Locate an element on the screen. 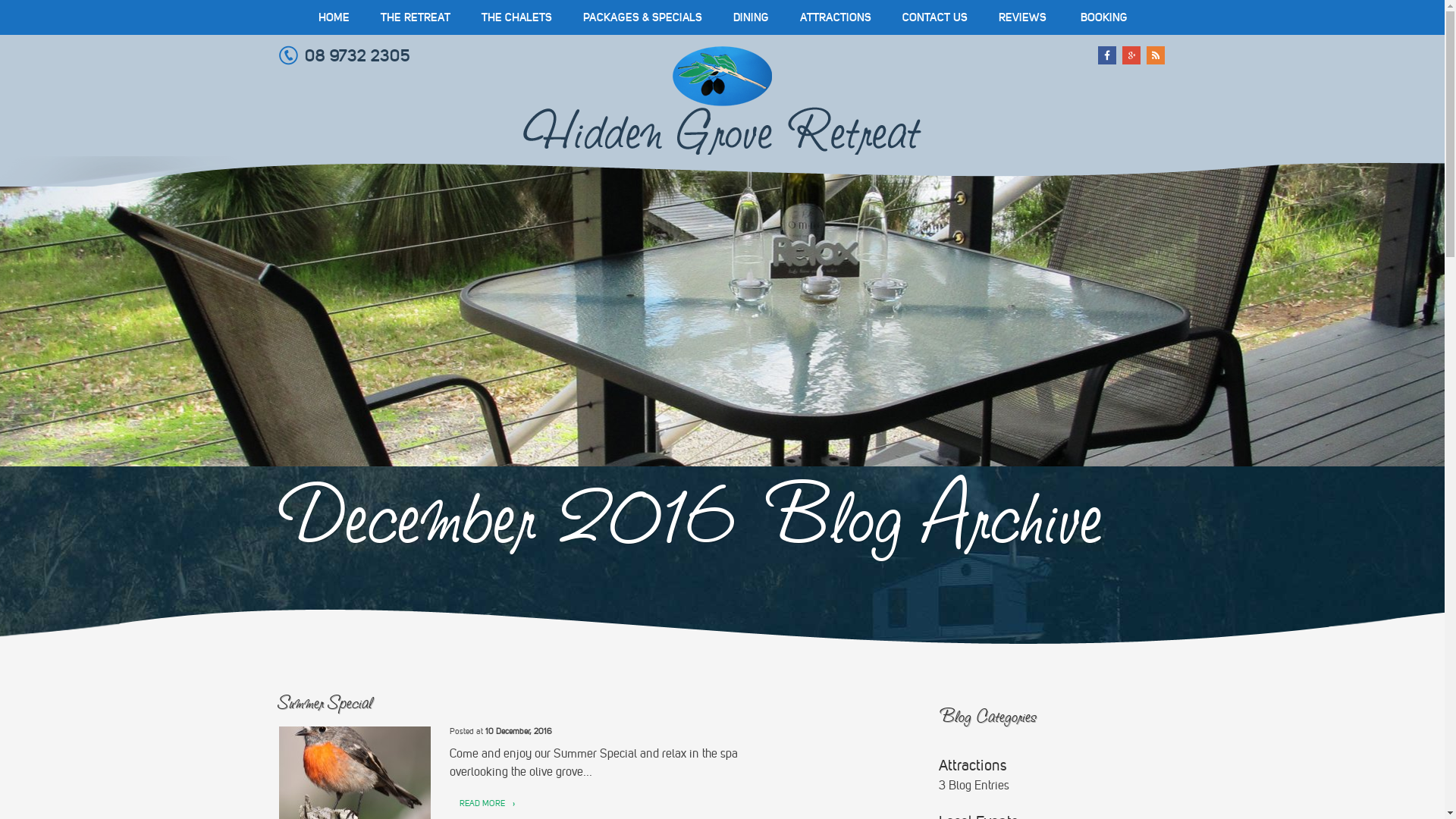 The image size is (1456, 819). 'Attractions' is located at coordinates (938, 765).